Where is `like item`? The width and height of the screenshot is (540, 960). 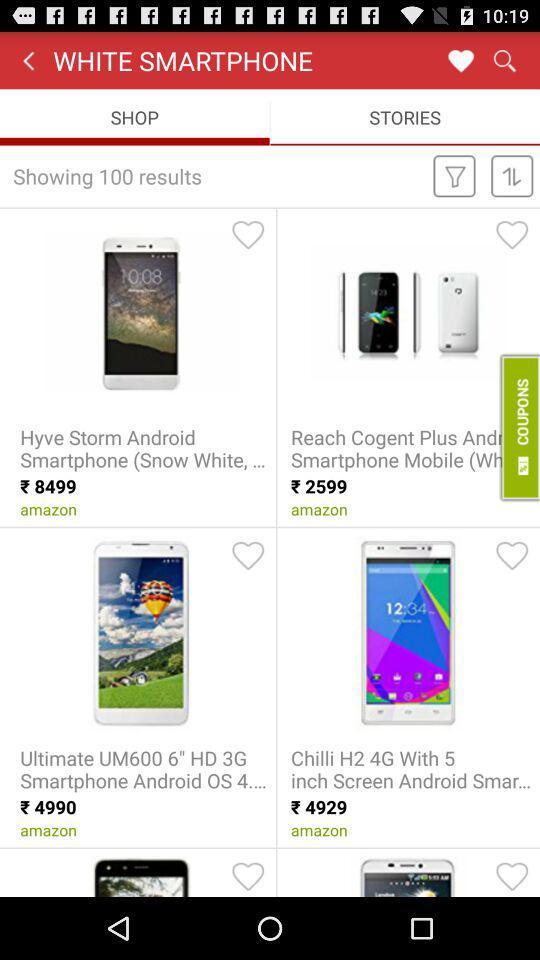
like item is located at coordinates (512, 555).